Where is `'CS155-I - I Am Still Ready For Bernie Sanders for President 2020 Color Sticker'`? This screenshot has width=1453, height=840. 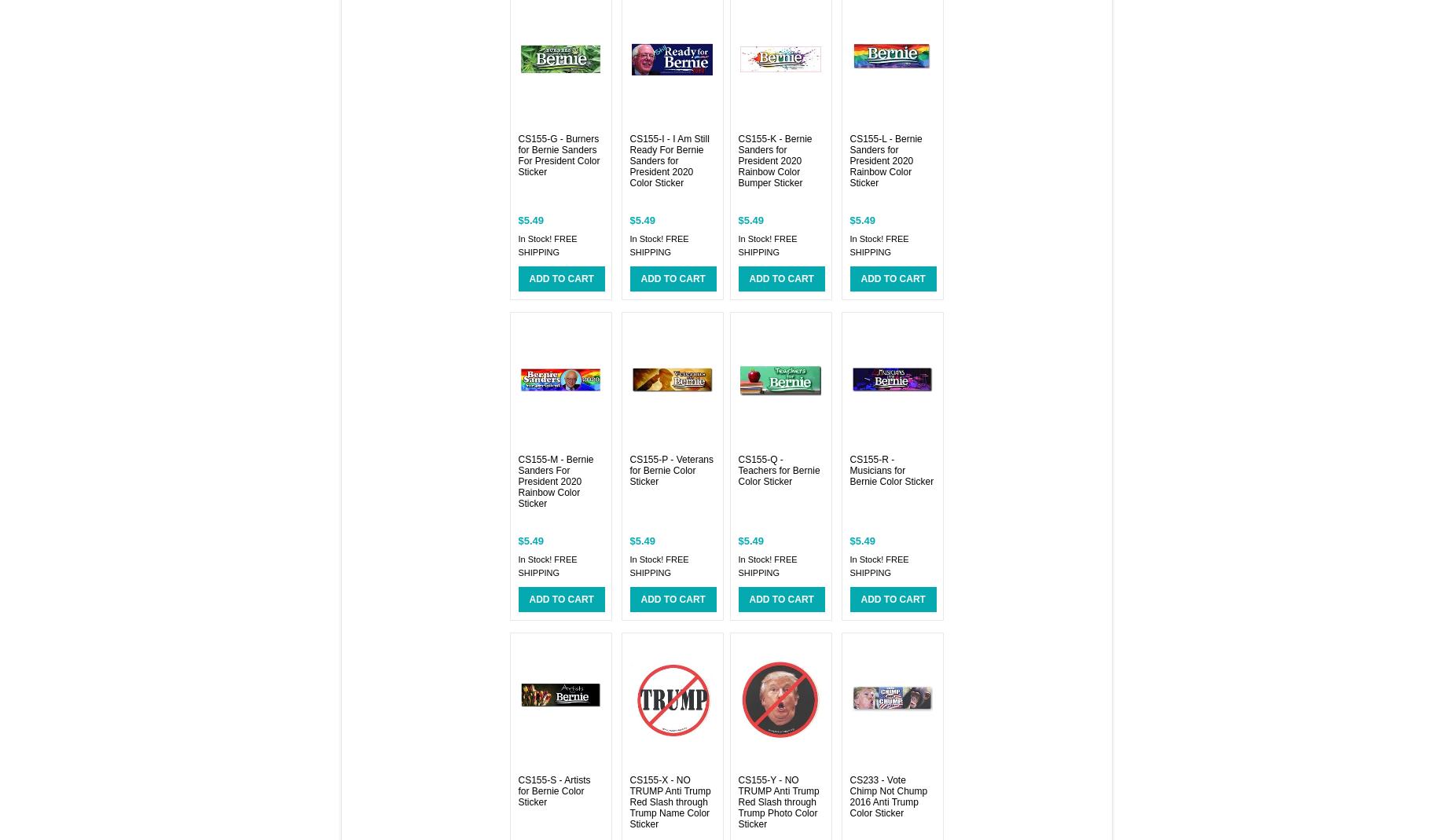
'CS155-I - I Am Still Ready For Bernie Sanders for President 2020 Color Sticker' is located at coordinates (668, 161).